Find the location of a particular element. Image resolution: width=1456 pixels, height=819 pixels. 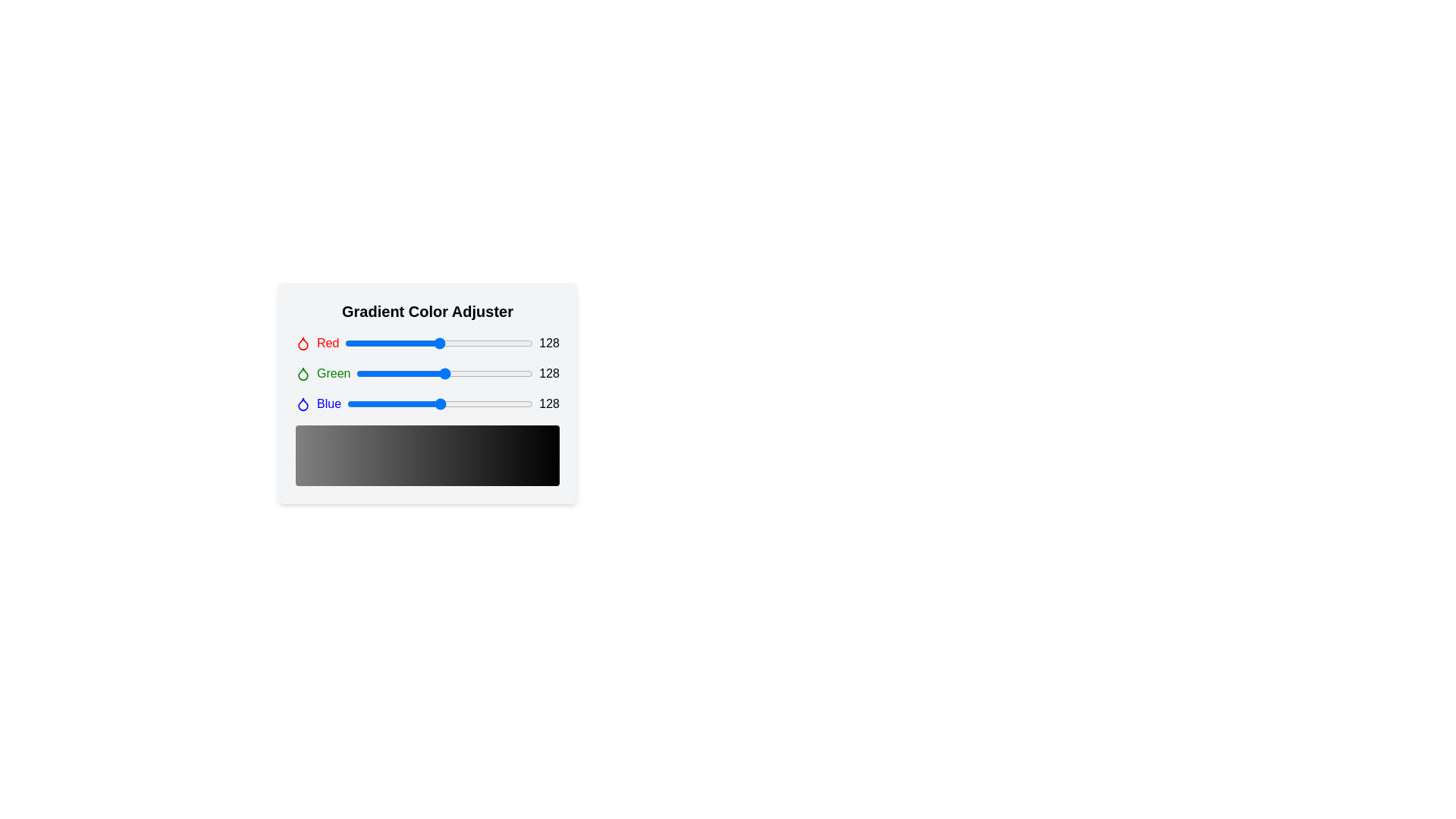

the blue color slider to 215 is located at coordinates (504, 403).